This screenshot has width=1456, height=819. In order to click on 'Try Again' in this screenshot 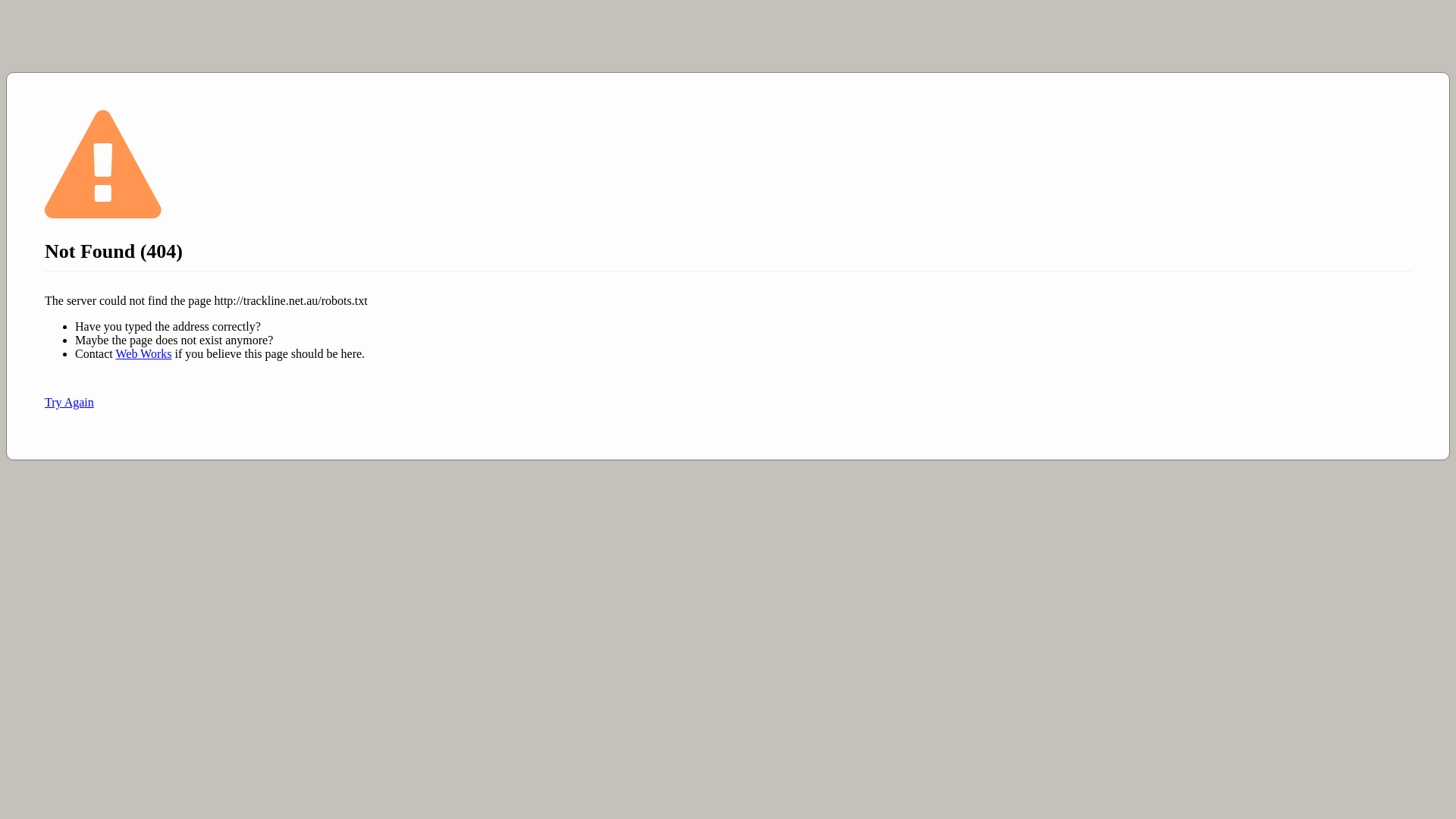, I will do `click(68, 401)`.